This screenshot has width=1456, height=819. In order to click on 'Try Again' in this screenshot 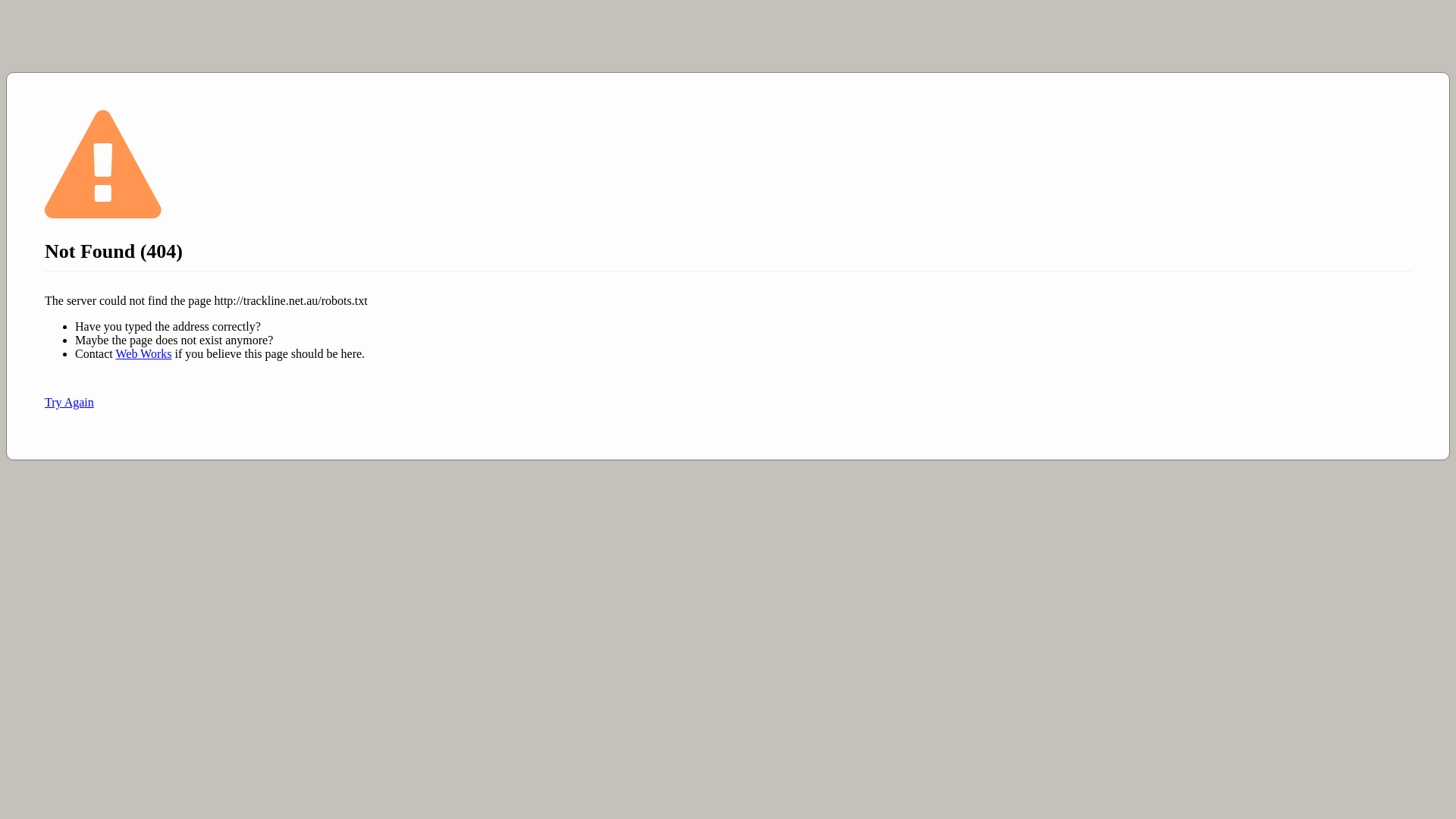, I will do `click(68, 401)`.